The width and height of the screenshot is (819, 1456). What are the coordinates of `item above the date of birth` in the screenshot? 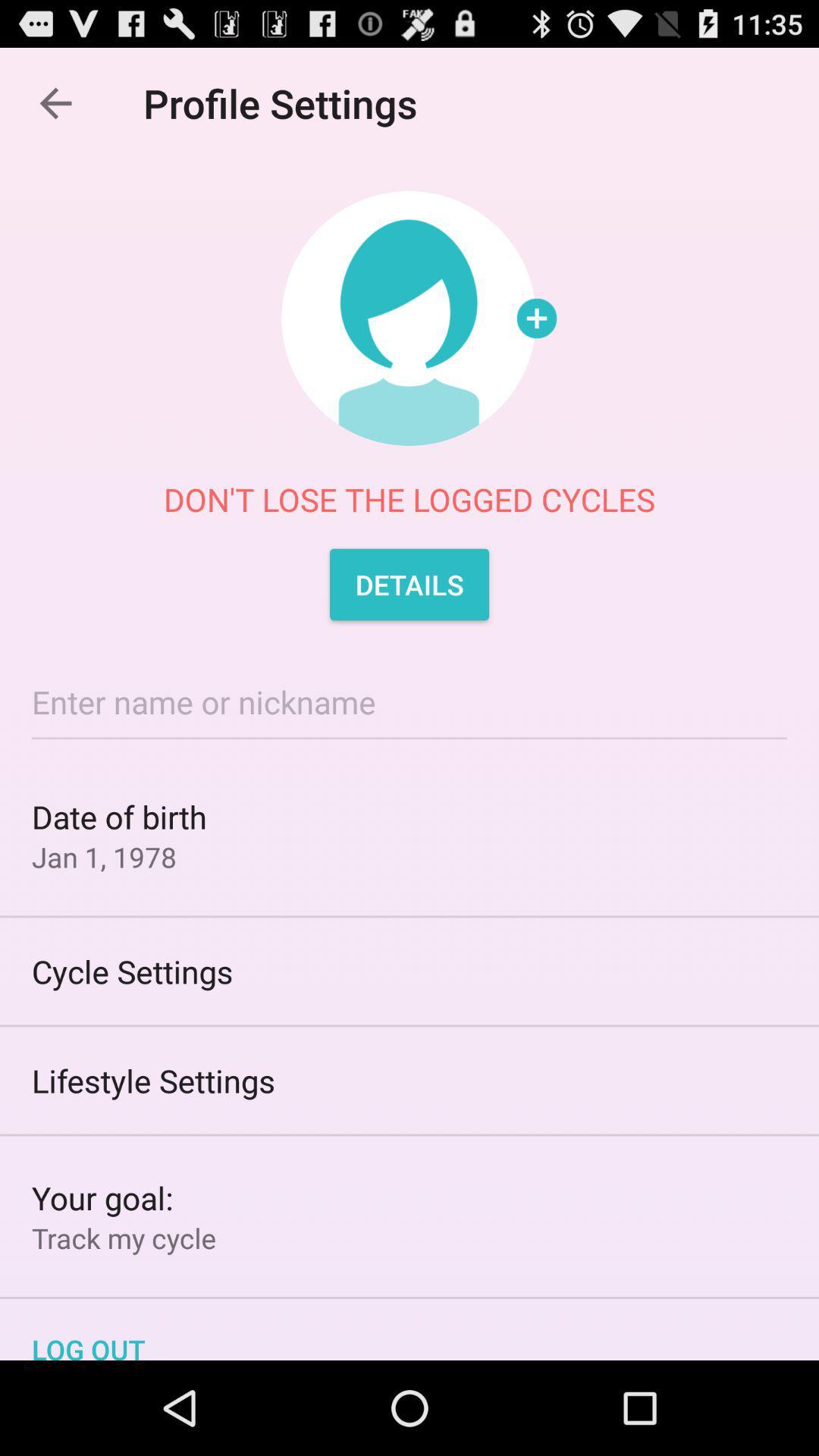 It's located at (409, 701).